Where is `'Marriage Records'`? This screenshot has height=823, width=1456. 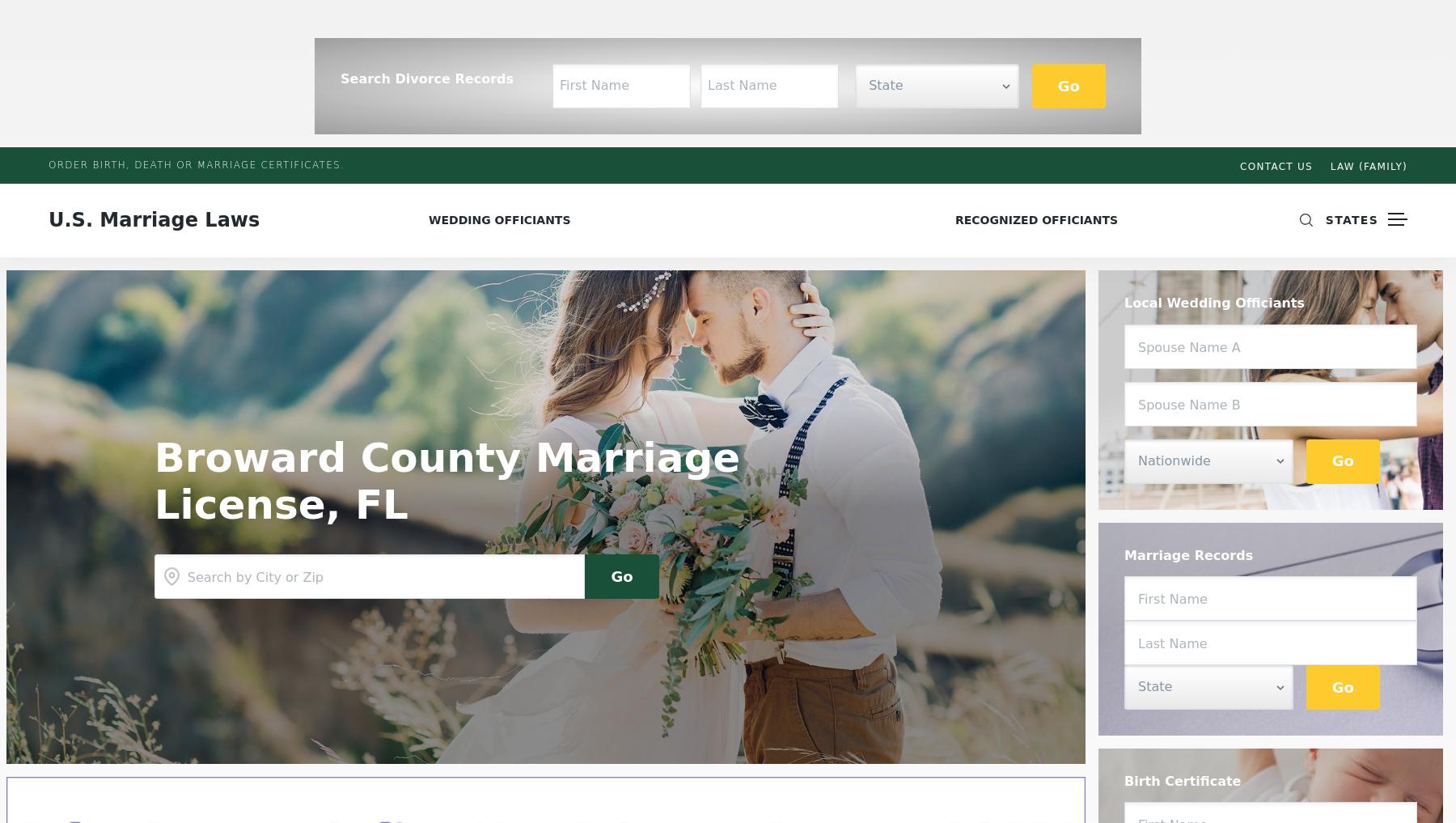 'Marriage Records' is located at coordinates (1188, 554).